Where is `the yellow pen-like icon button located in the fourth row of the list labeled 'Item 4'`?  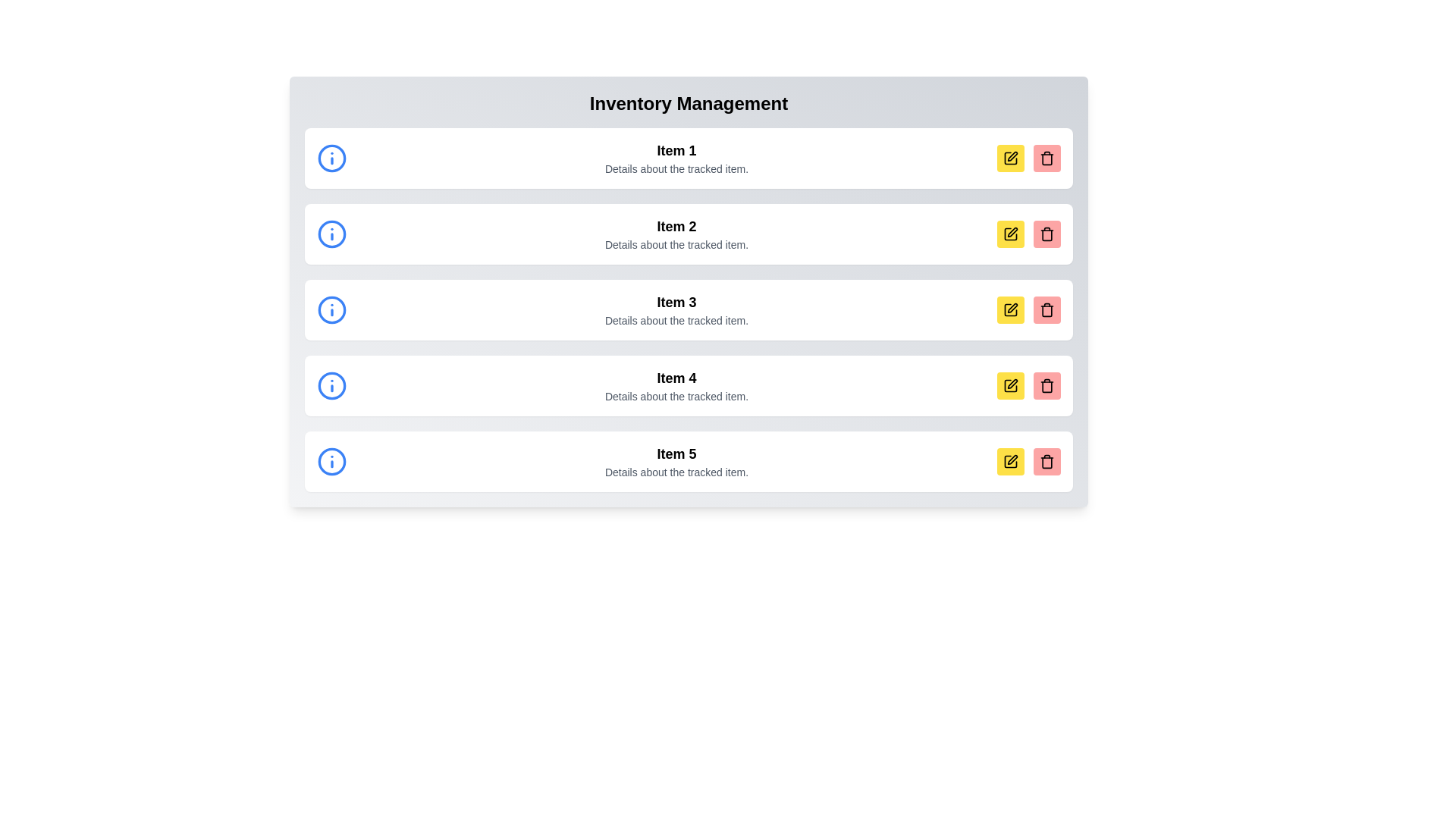
the yellow pen-like icon button located in the fourth row of the list labeled 'Item 4' is located at coordinates (1012, 383).